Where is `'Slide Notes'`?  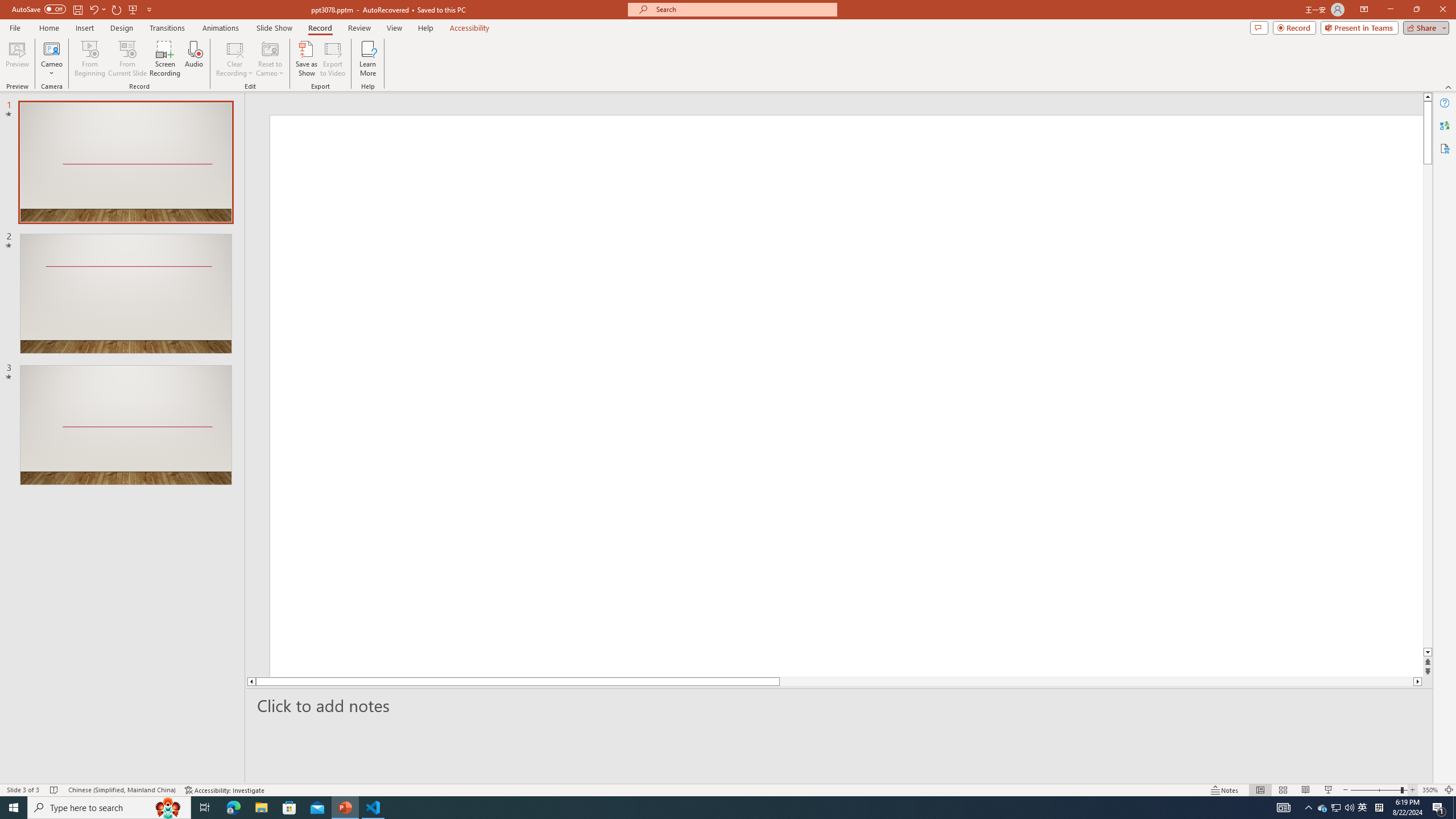 'Slide Notes' is located at coordinates (839, 705).